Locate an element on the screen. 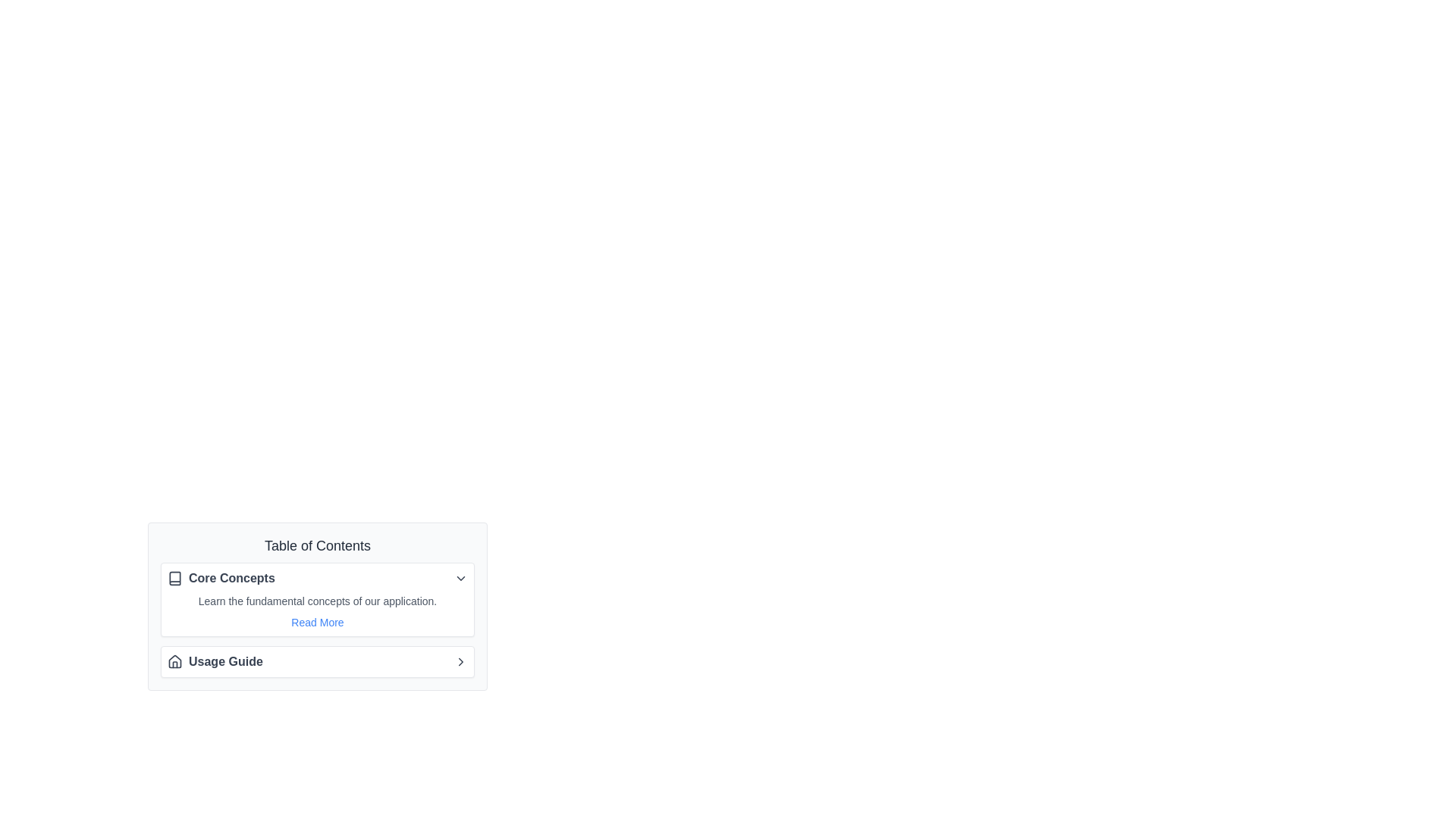 The height and width of the screenshot is (819, 1456). the first Informational card in the 'Table of Contents' section, which has a light gray background and contains a 'Read More' hyperlink is located at coordinates (316, 620).